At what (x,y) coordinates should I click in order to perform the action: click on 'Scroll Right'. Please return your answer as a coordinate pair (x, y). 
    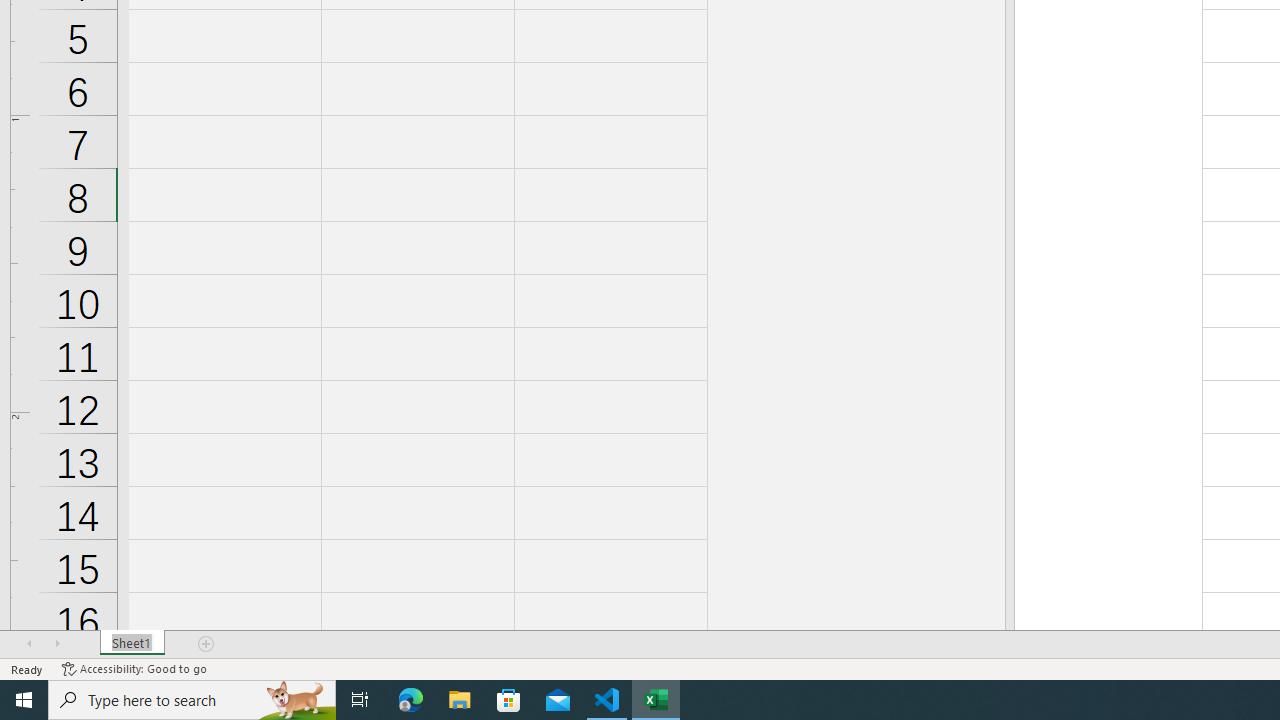
    Looking at the image, I should click on (57, 644).